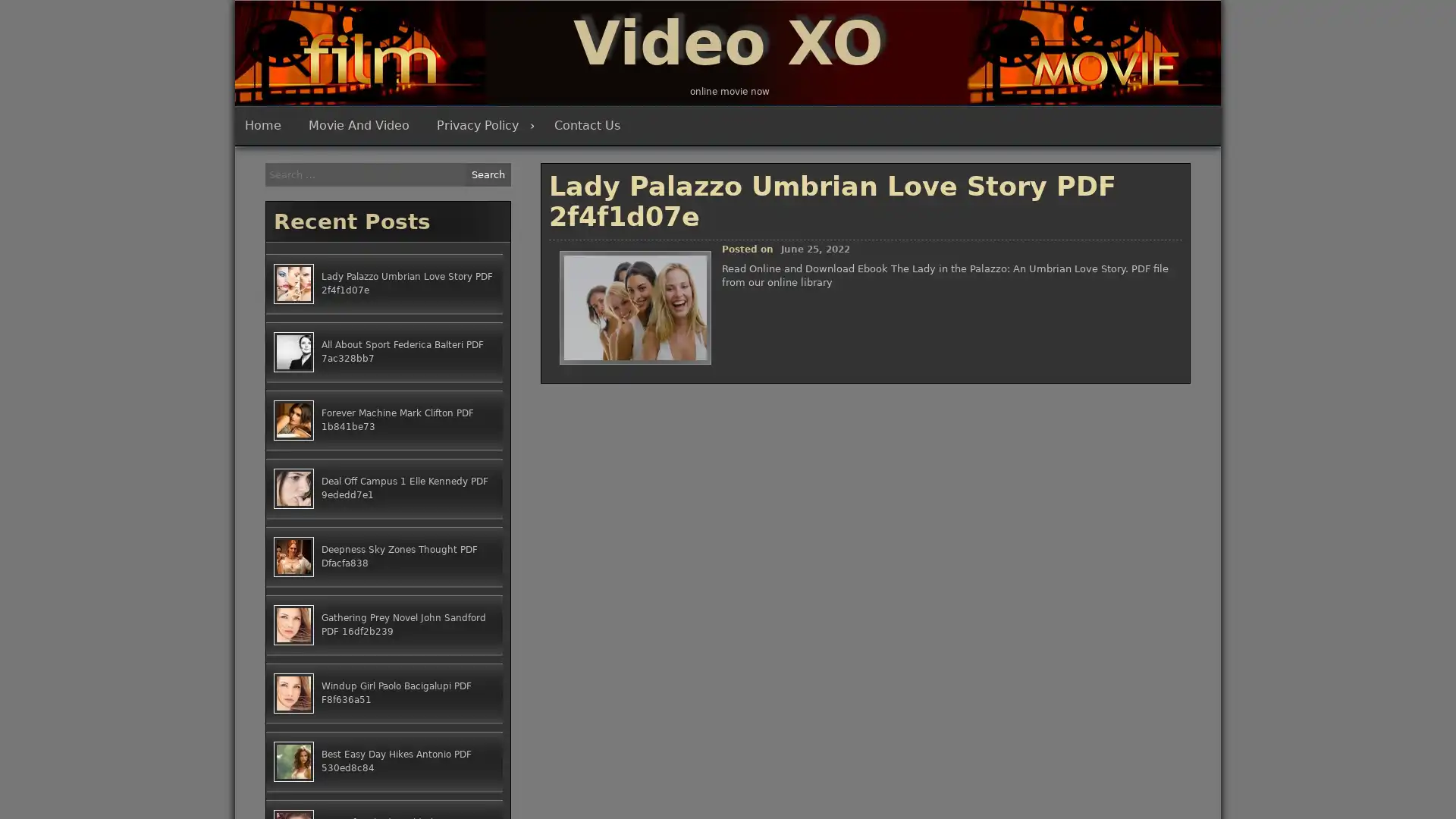 This screenshot has width=1456, height=819. Describe the element at coordinates (488, 174) in the screenshot. I see `Search` at that location.